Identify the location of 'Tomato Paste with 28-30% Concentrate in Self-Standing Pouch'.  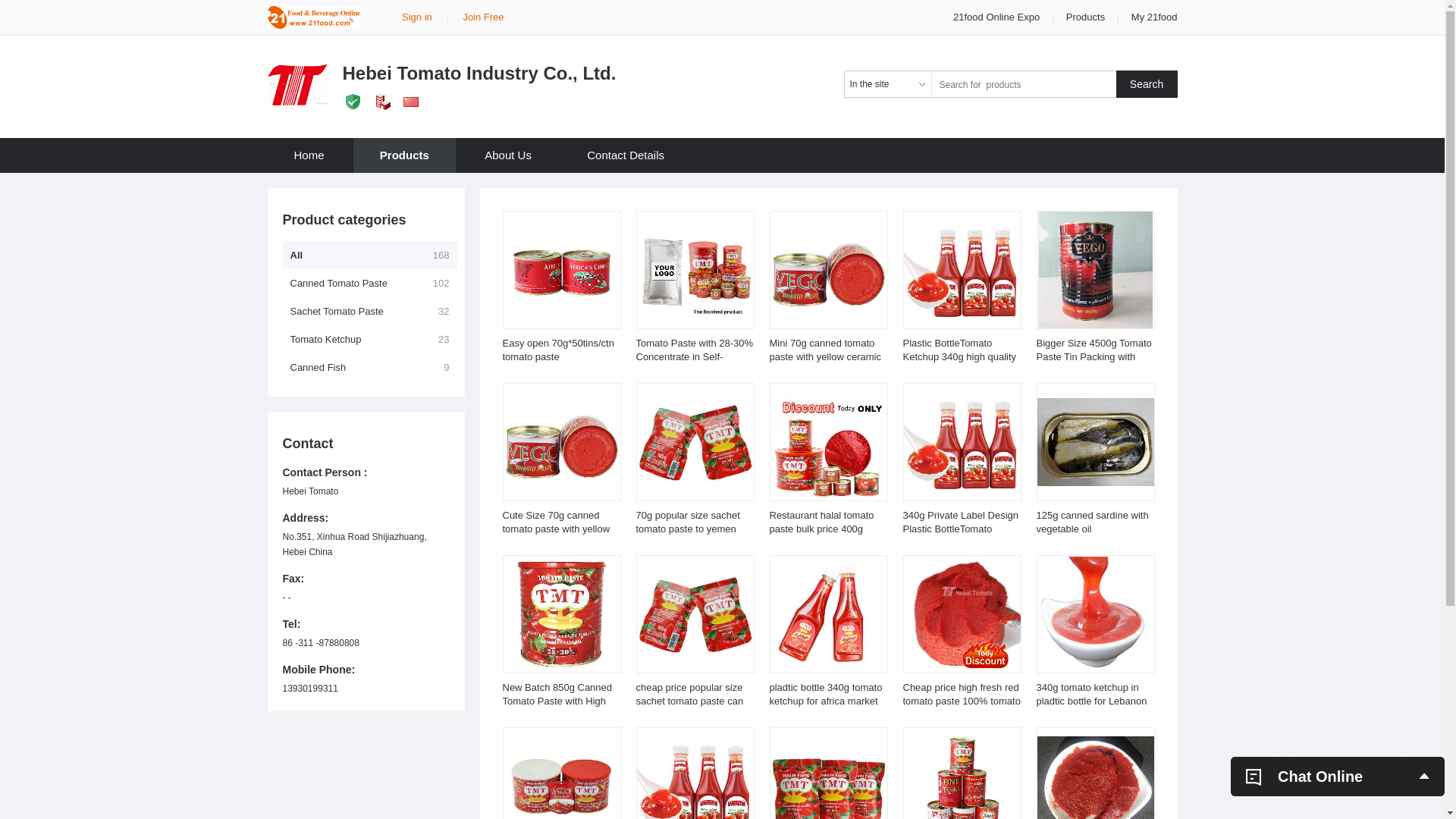
(693, 356).